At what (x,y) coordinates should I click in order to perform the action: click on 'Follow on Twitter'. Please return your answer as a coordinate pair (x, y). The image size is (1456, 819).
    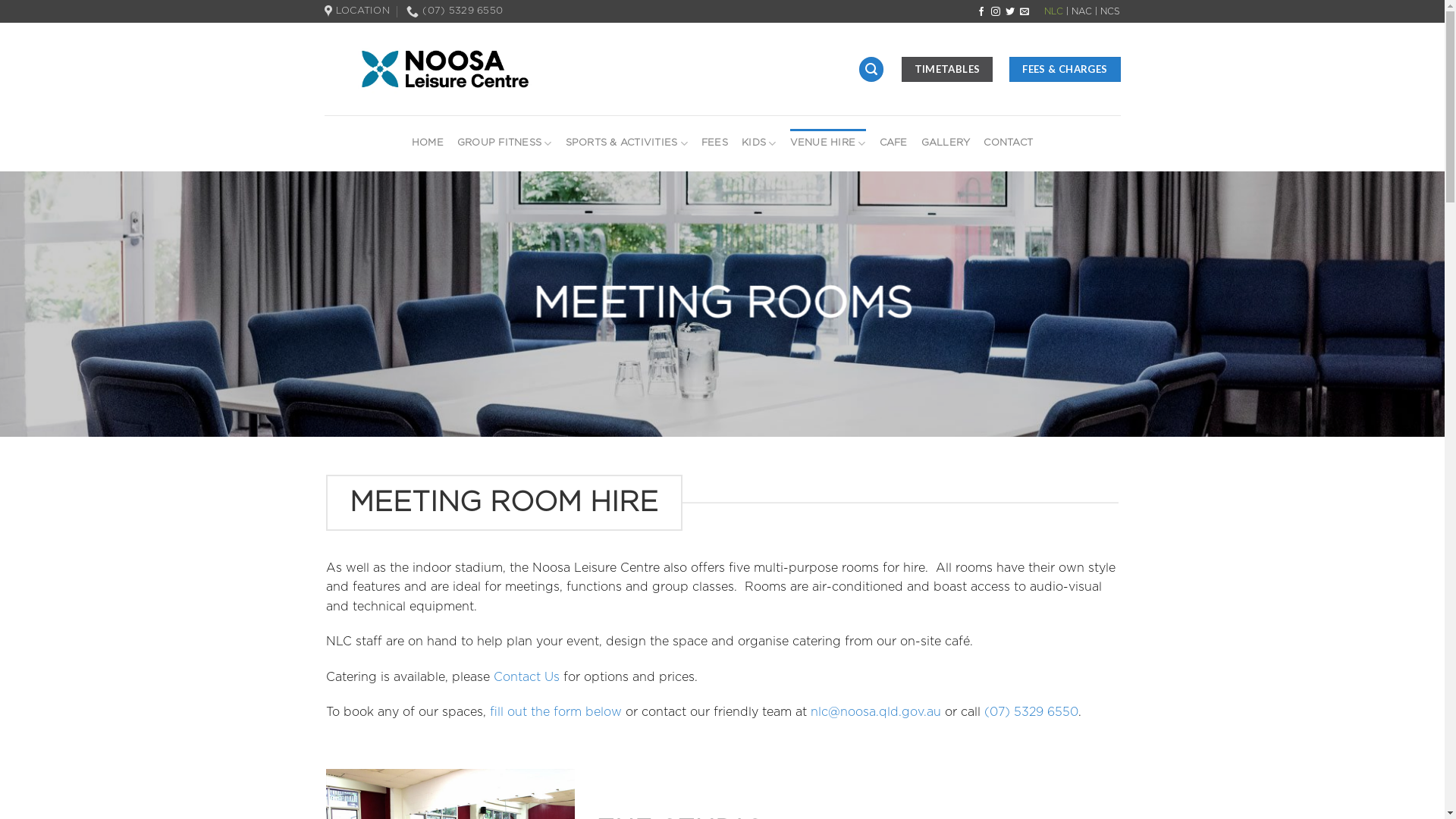
    Looking at the image, I should click on (1010, 11).